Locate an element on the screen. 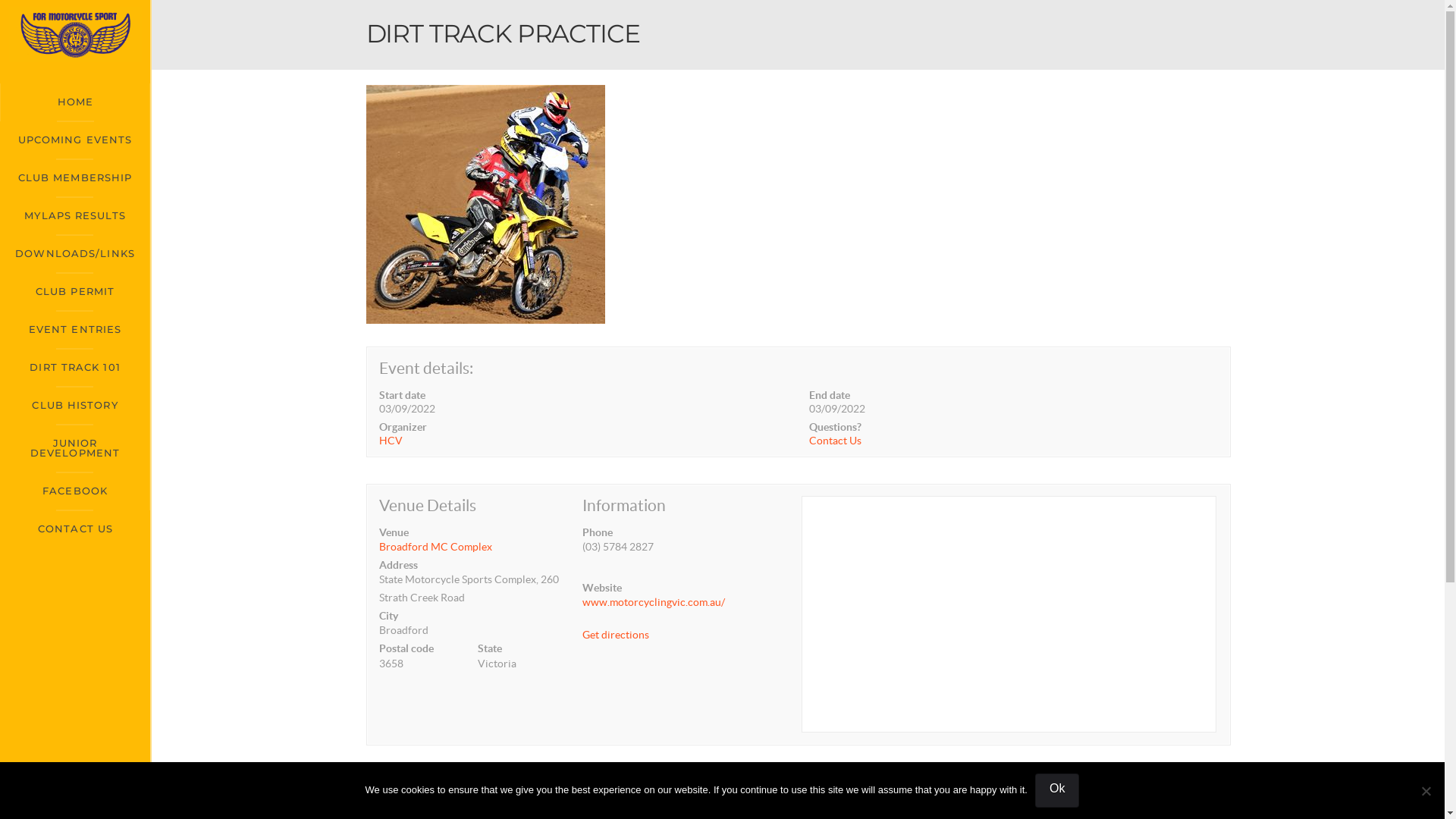 This screenshot has width=1456, height=819. 'Get directions' is located at coordinates (615, 635).